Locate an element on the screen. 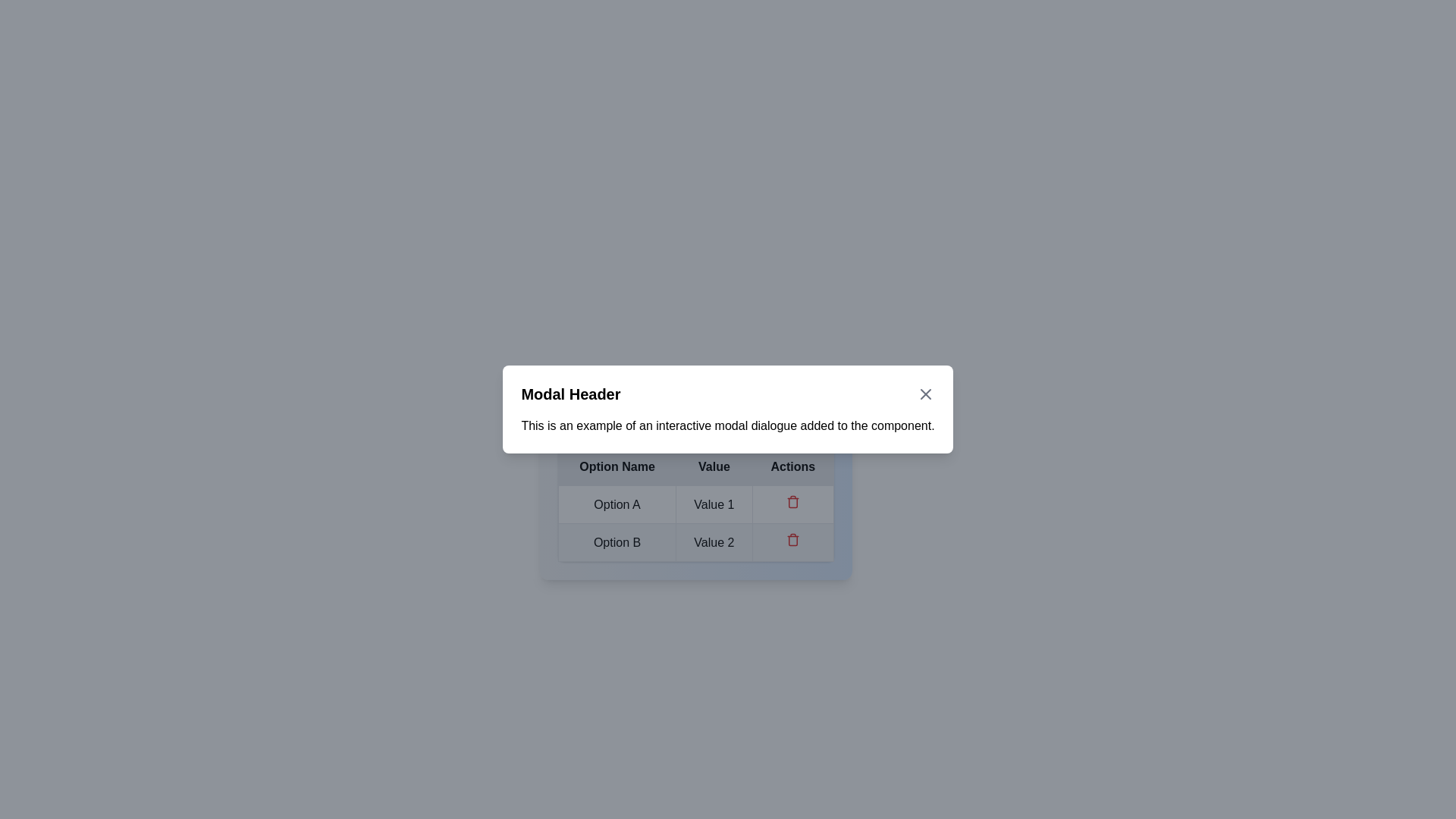 The width and height of the screenshot is (1456, 819). the icon button represented by an 'X' in the top-right corner of the modal header to observe the color change is located at coordinates (924, 394).